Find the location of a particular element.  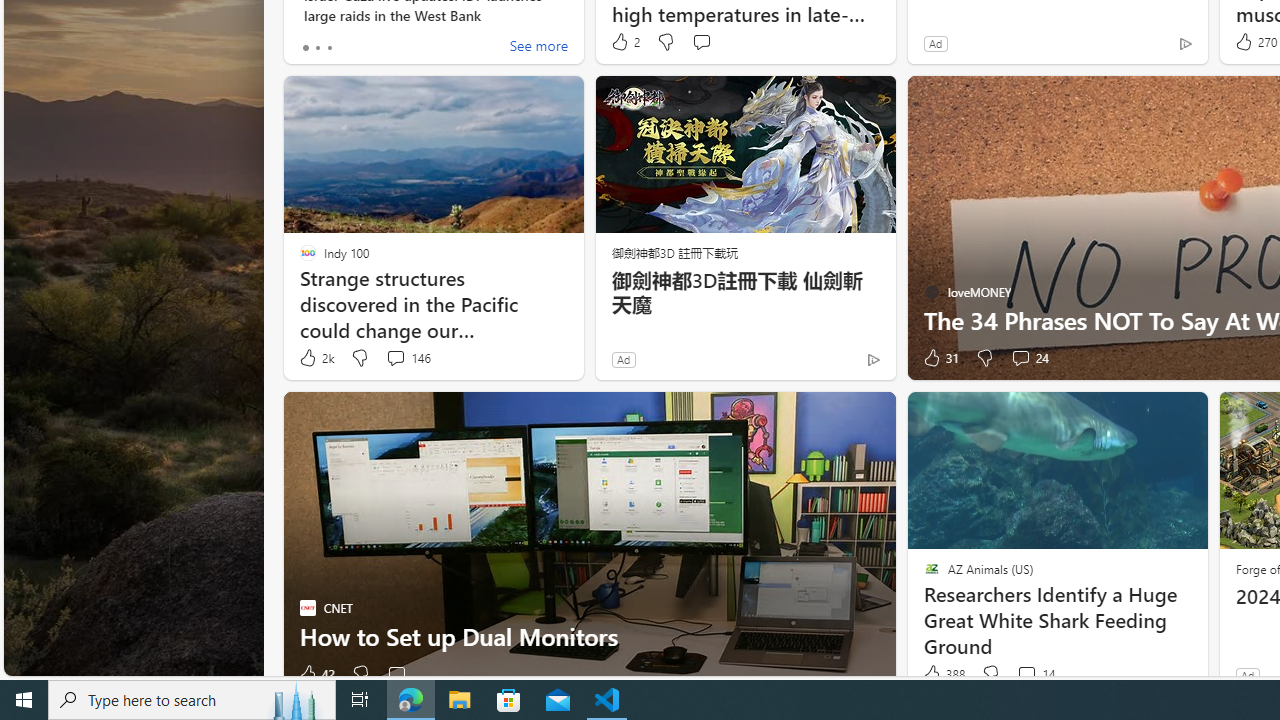

'tab-2' is located at coordinates (328, 46).